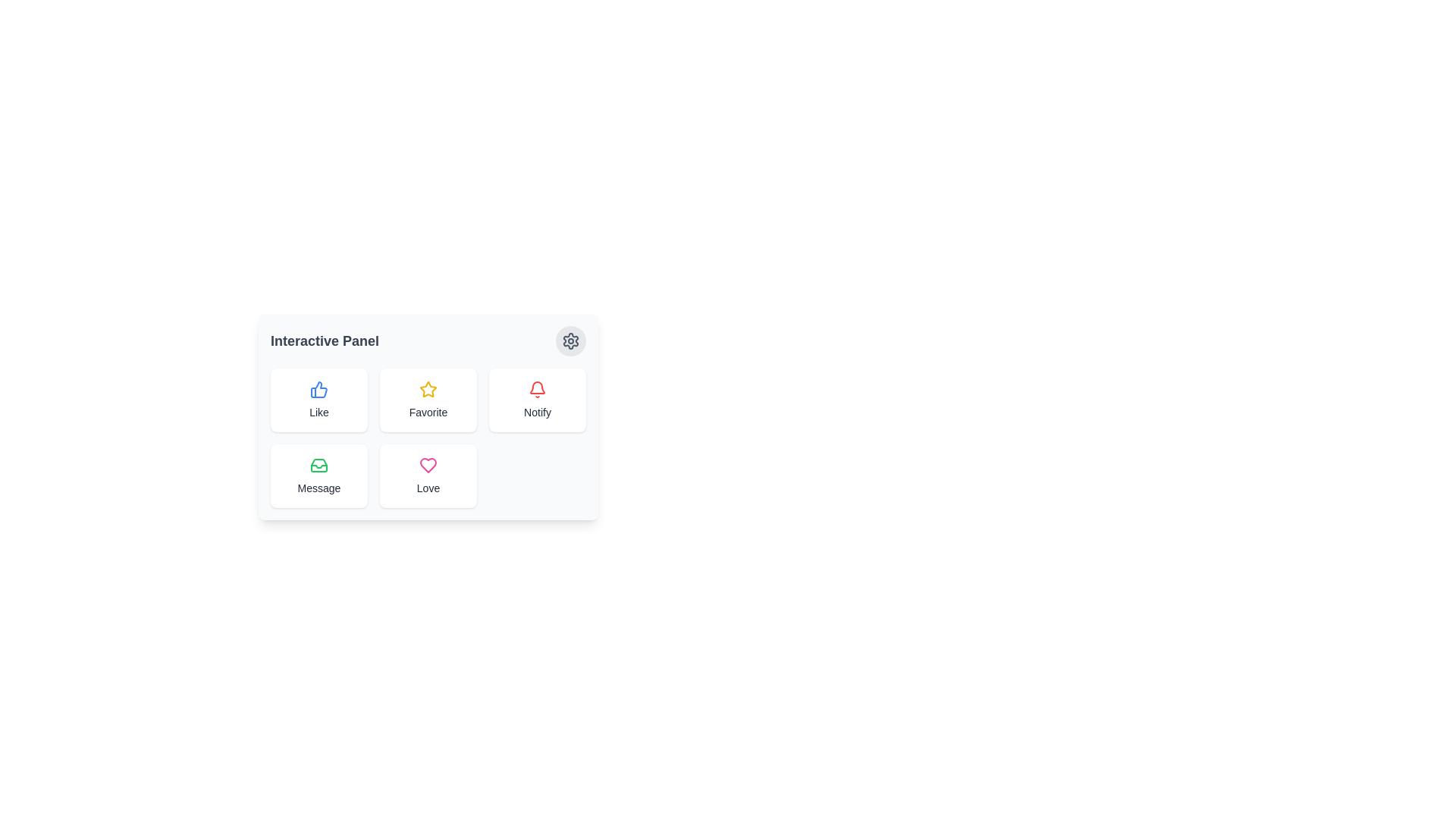  Describe the element at coordinates (428, 464) in the screenshot. I see `the heart icon located within the sixth button of the interactive panel` at that location.